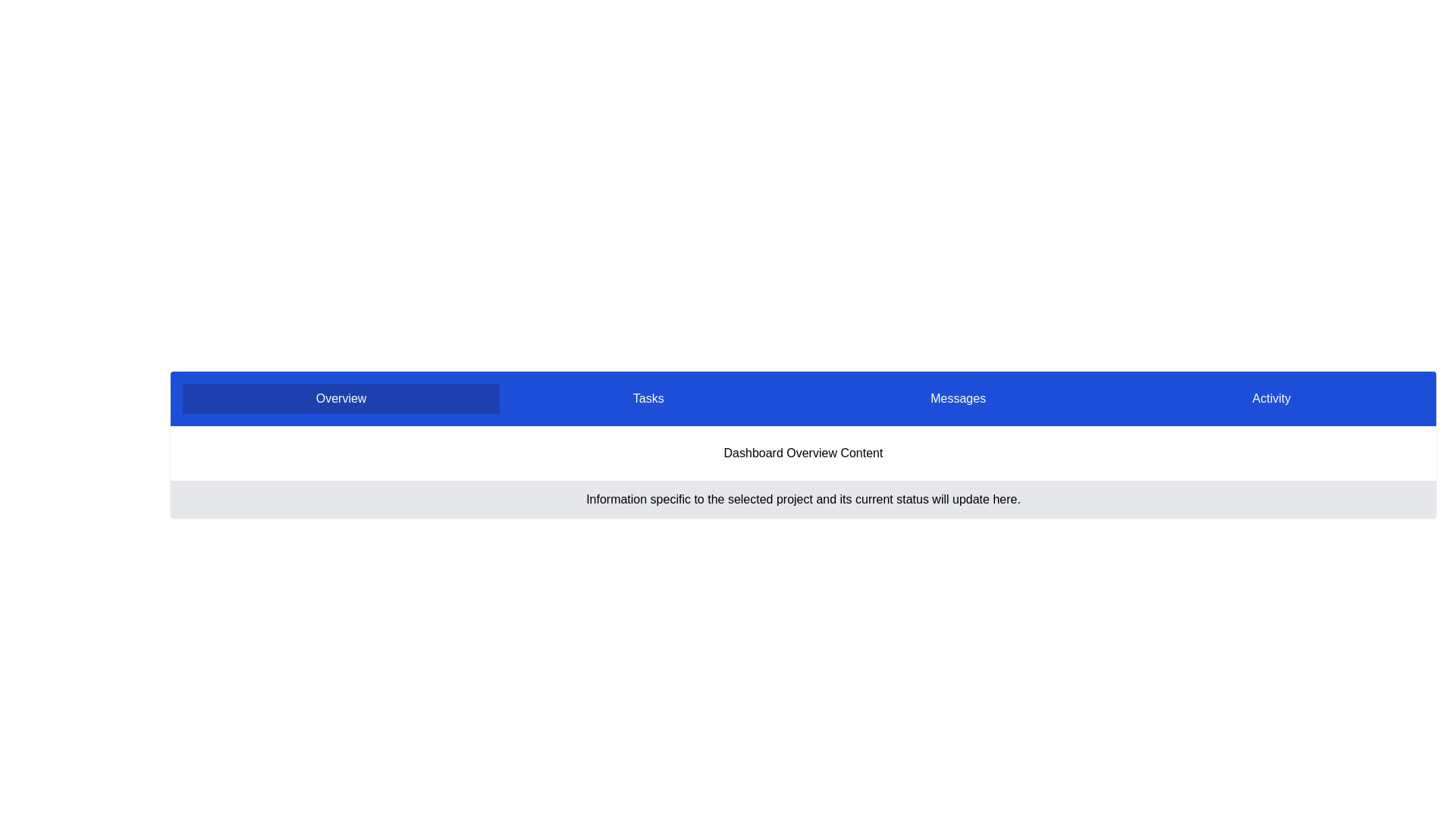 This screenshot has width=1456, height=819. I want to click on the tab labeled 'Messages' to display its associated content, so click(957, 397).